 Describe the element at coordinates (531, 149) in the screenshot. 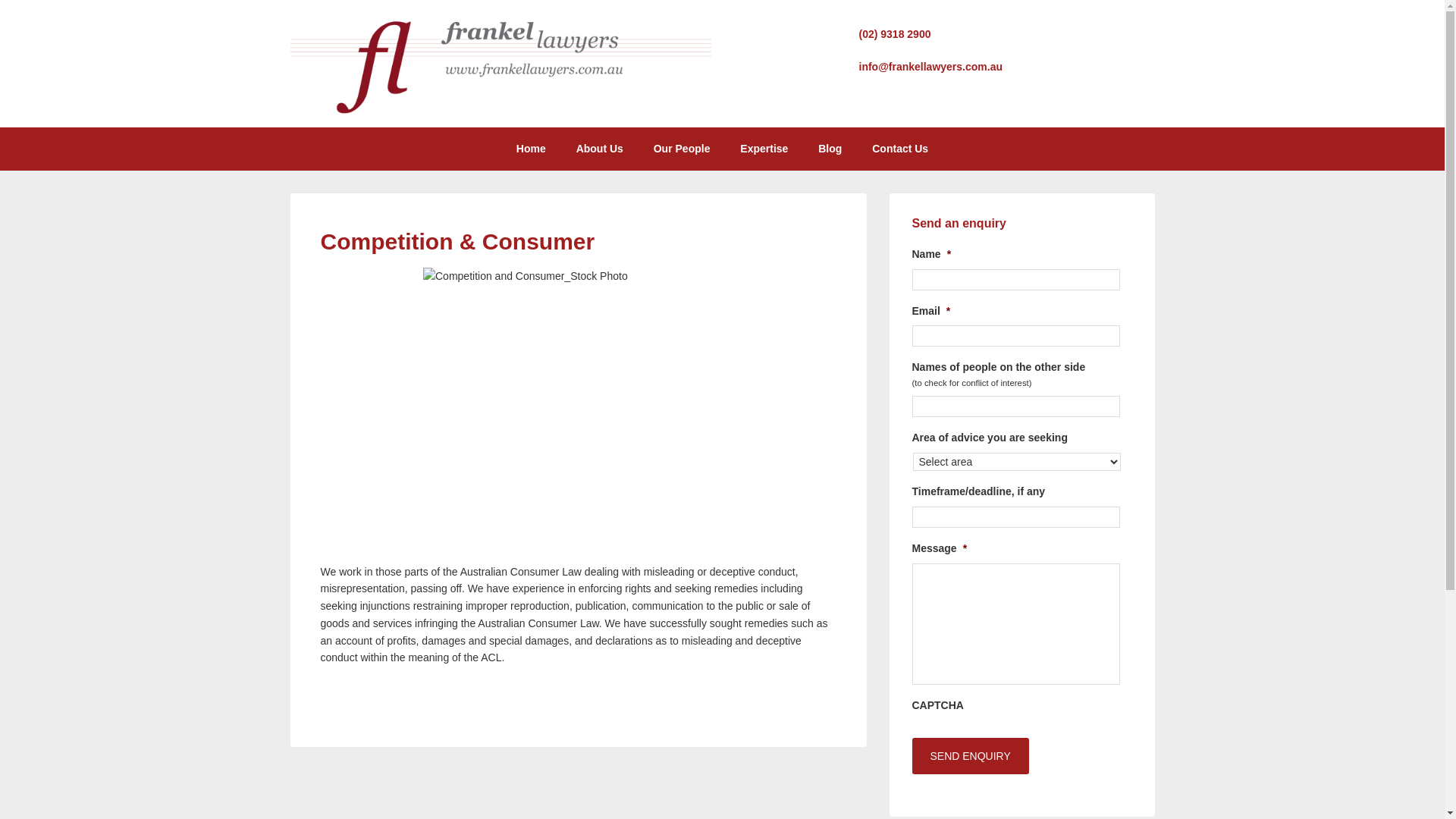

I see `'Home'` at that location.